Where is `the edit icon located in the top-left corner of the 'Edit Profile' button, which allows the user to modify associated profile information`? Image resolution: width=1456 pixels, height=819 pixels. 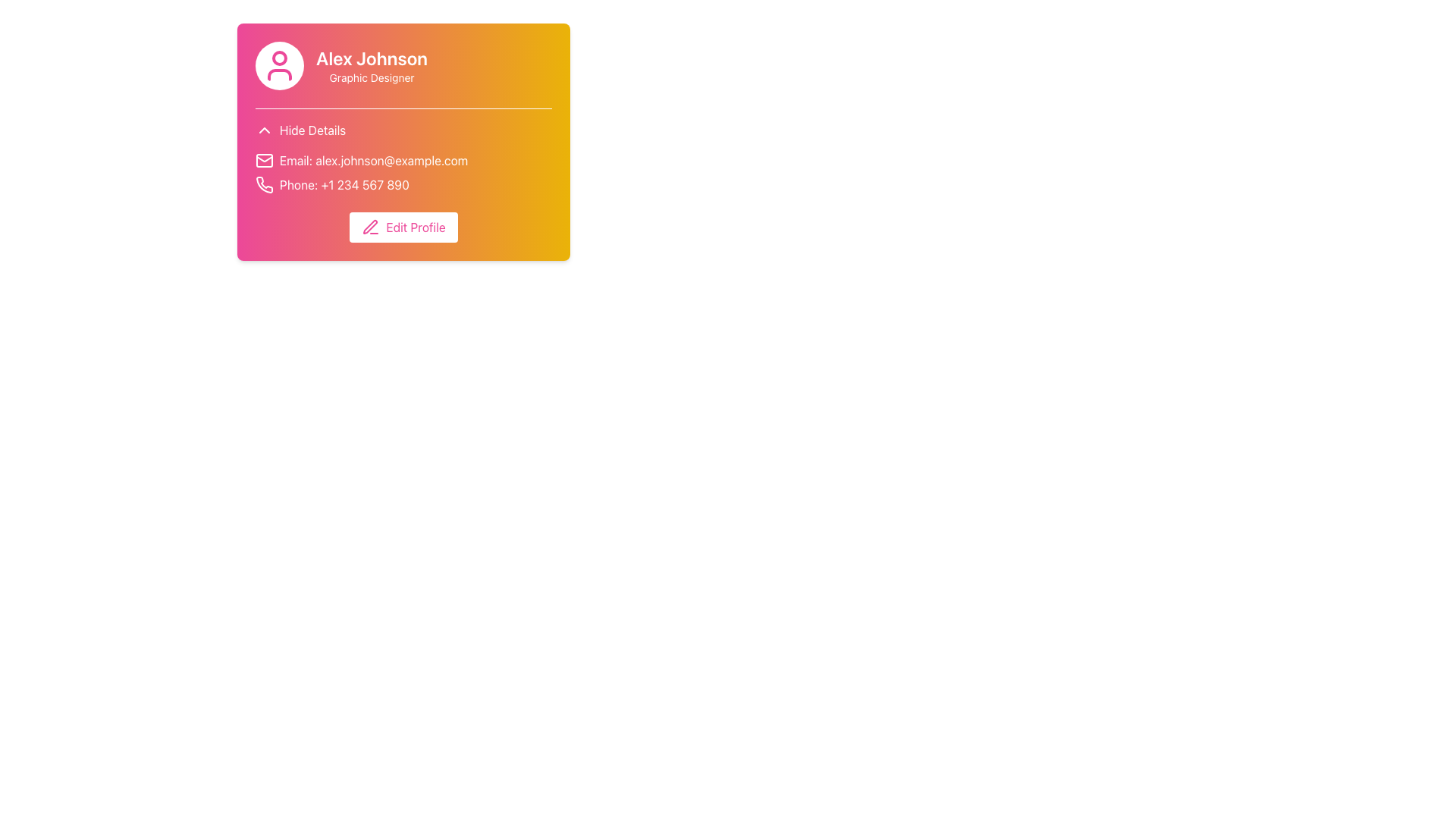
the edit icon located in the top-left corner of the 'Edit Profile' button, which allows the user to modify associated profile information is located at coordinates (370, 227).